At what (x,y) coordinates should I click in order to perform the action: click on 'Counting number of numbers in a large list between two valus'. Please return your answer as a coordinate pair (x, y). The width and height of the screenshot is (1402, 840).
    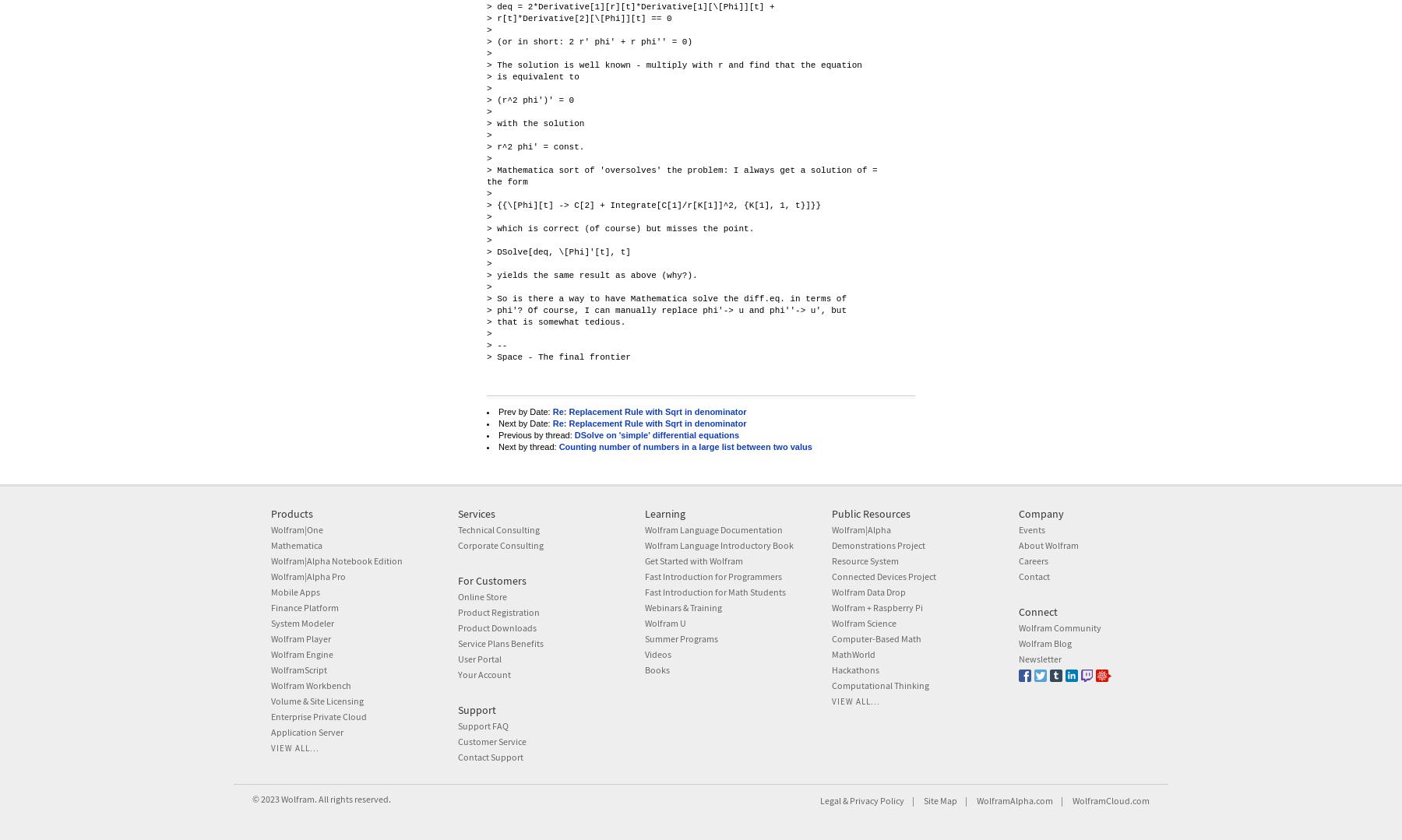
    Looking at the image, I should click on (685, 446).